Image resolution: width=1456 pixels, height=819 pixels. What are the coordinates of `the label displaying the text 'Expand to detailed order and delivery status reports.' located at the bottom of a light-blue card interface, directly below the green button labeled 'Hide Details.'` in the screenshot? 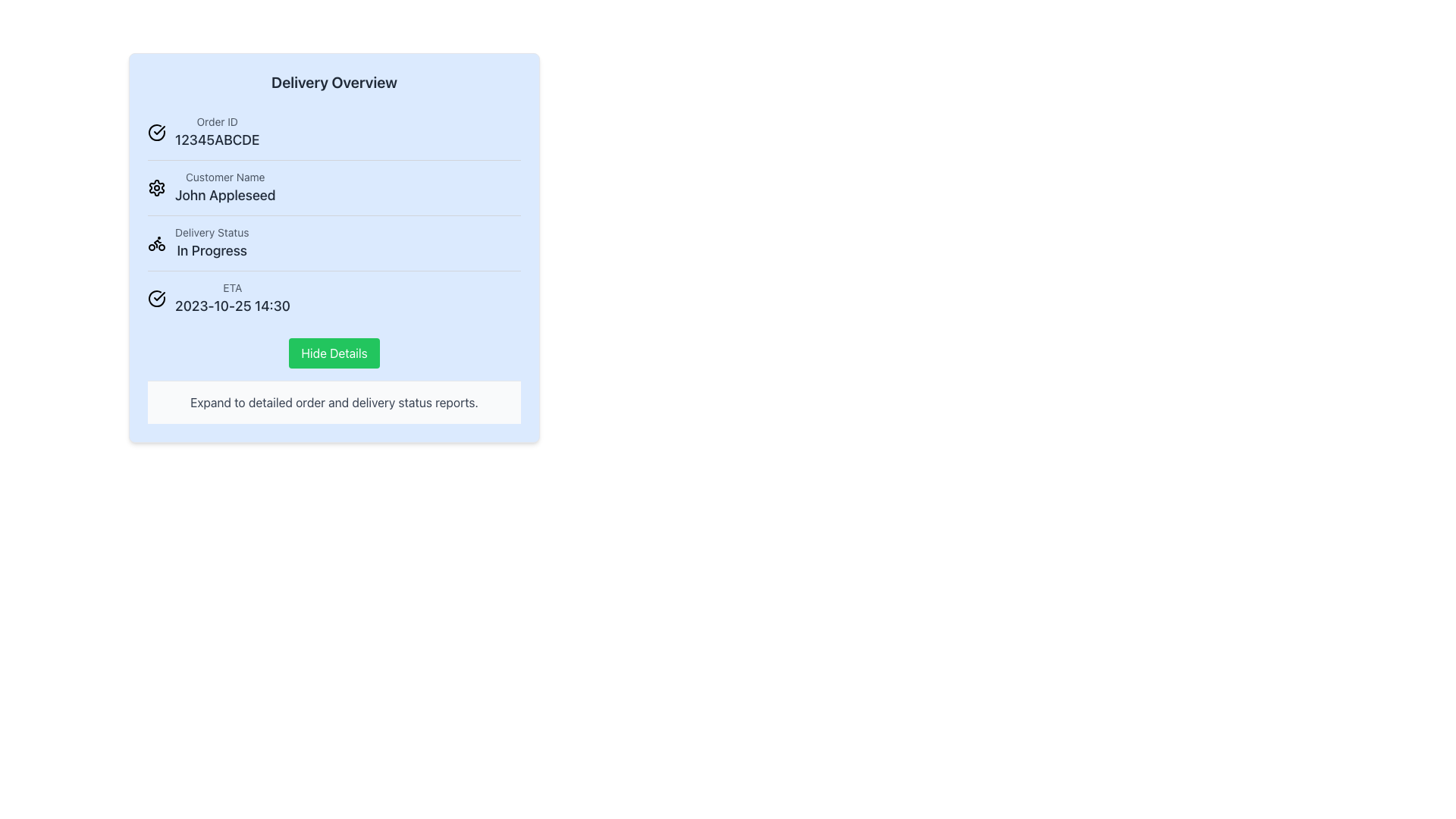 It's located at (334, 402).